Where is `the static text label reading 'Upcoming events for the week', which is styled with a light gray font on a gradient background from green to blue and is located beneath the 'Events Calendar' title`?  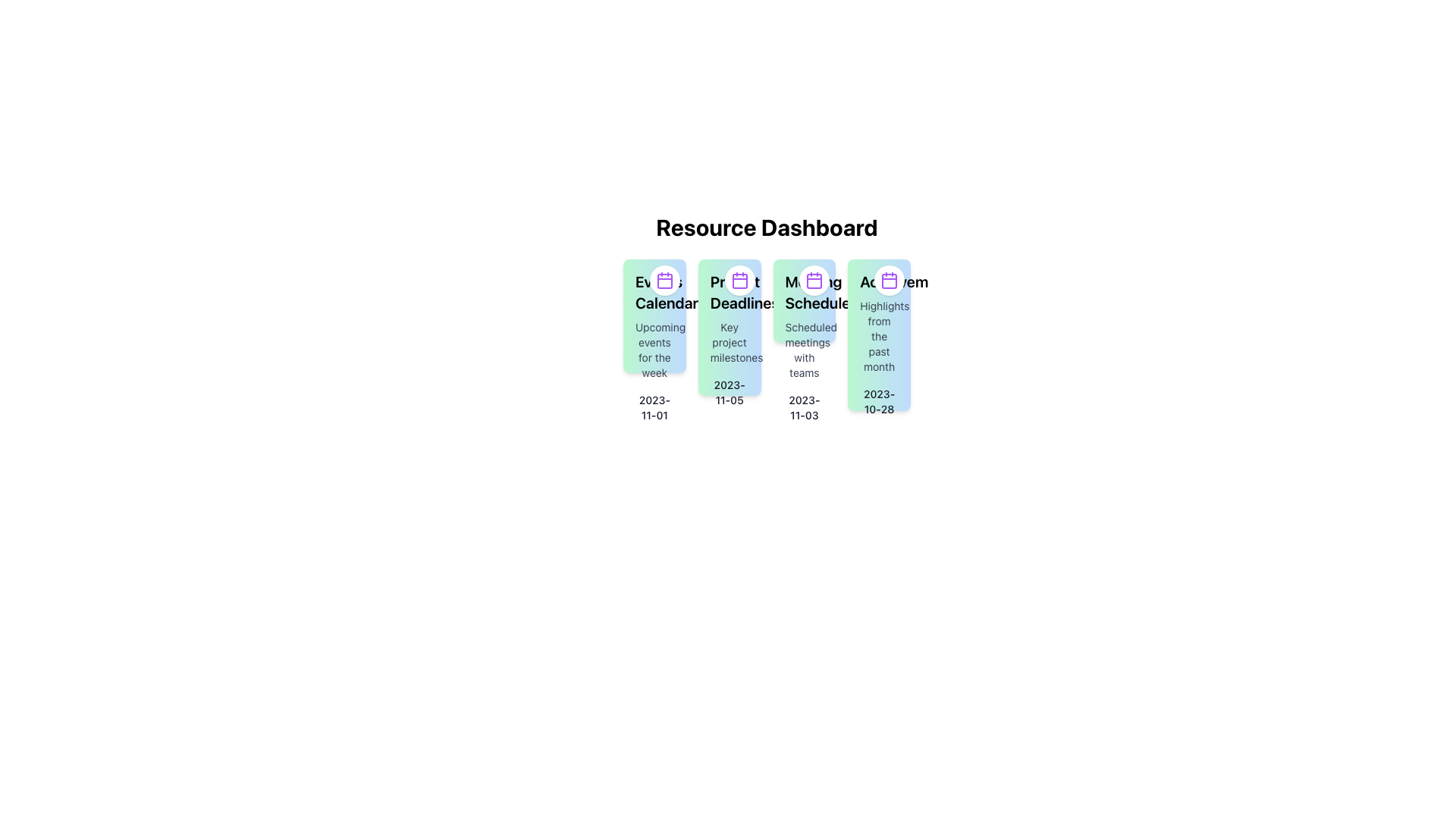 the static text label reading 'Upcoming events for the week', which is styled with a light gray font on a gradient background from green to blue and is located beneath the 'Events Calendar' title is located at coordinates (654, 350).